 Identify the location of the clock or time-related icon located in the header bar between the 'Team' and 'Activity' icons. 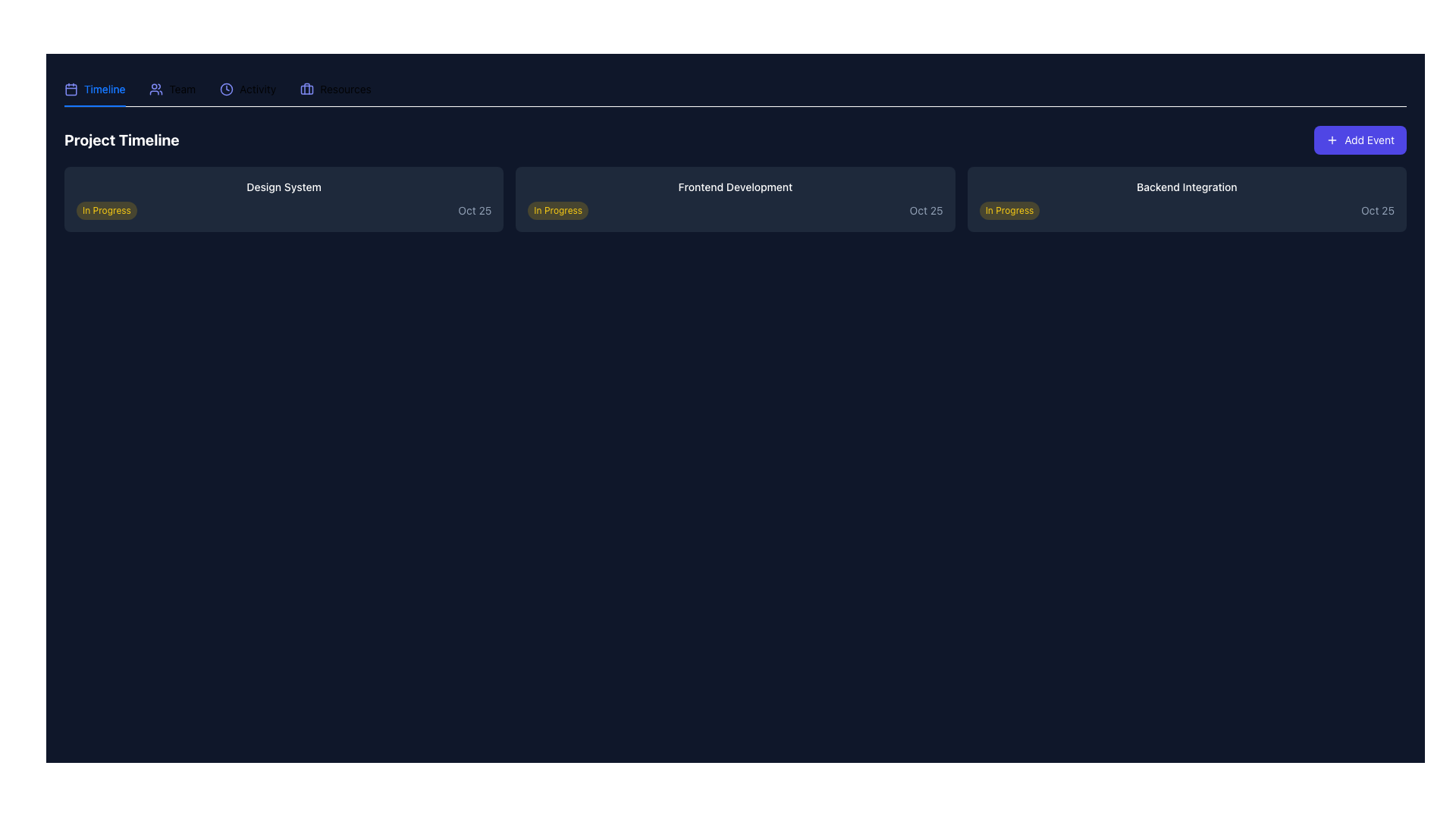
(226, 89).